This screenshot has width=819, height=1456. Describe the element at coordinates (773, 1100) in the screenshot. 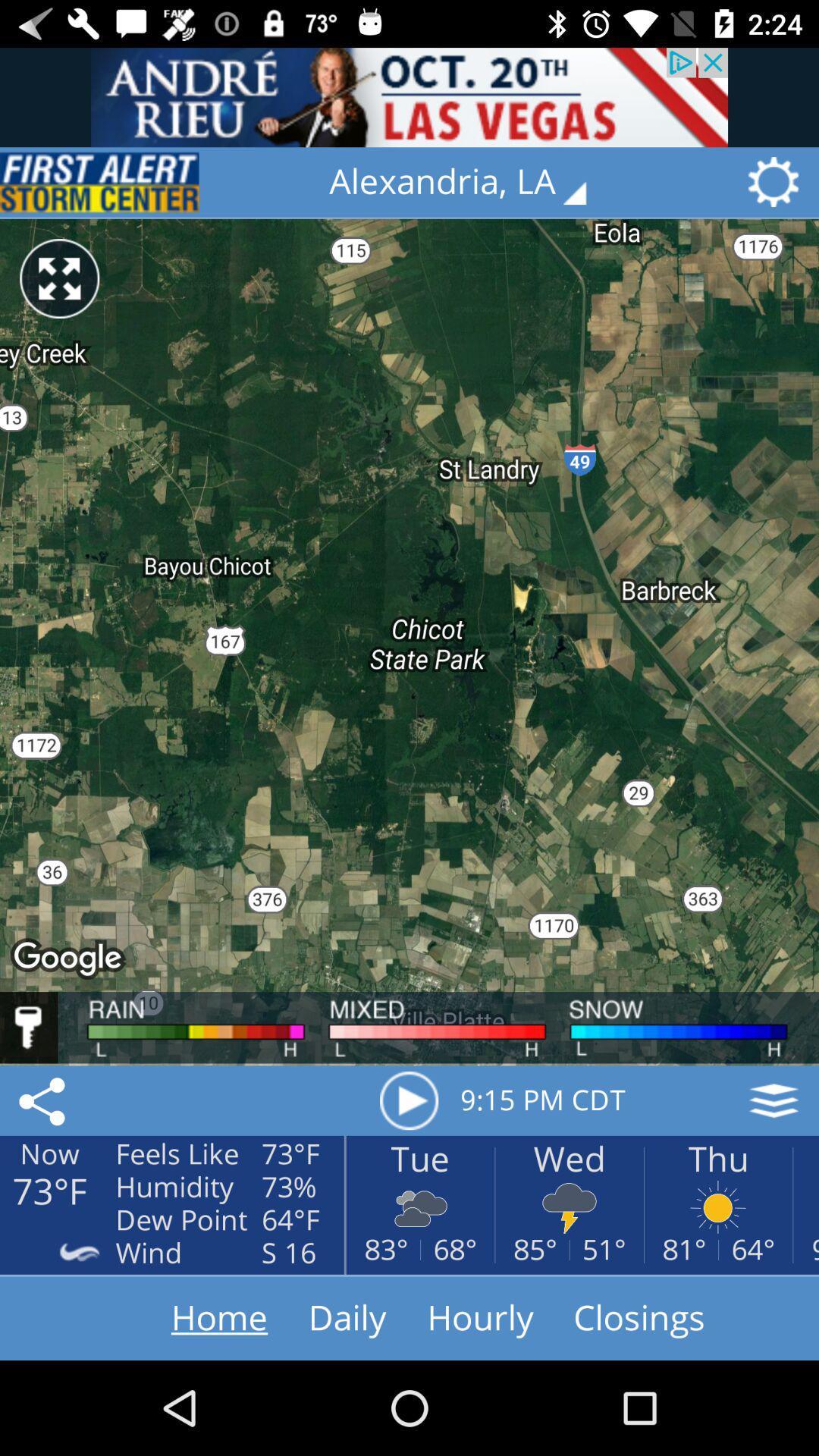

I see `the layers icon` at that location.